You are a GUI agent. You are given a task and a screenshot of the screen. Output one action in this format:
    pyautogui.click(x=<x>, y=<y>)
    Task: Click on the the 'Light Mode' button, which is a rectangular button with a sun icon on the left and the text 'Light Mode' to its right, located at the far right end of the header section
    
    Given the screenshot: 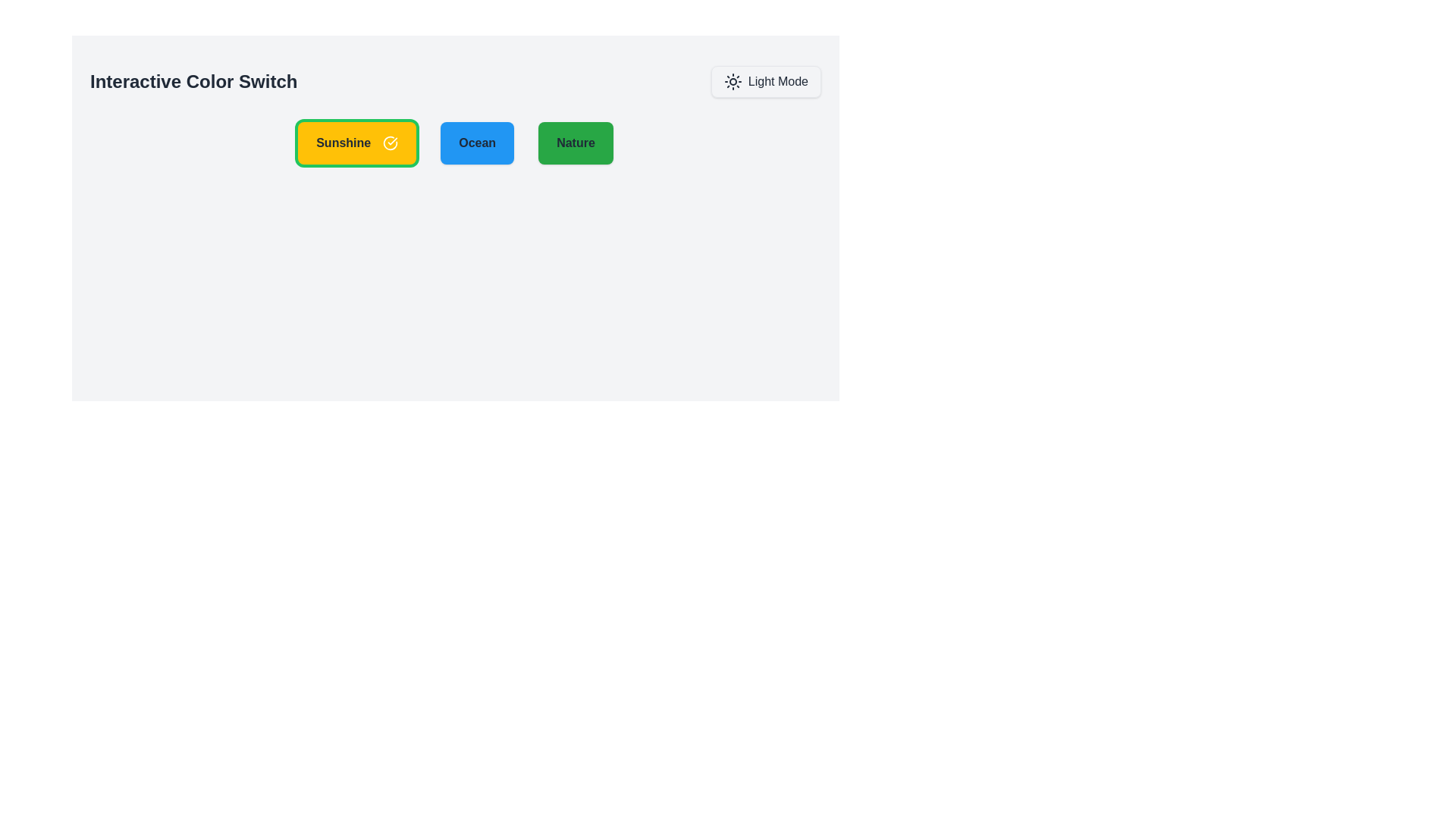 What is the action you would take?
    pyautogui.click(x=765, y=82)
    